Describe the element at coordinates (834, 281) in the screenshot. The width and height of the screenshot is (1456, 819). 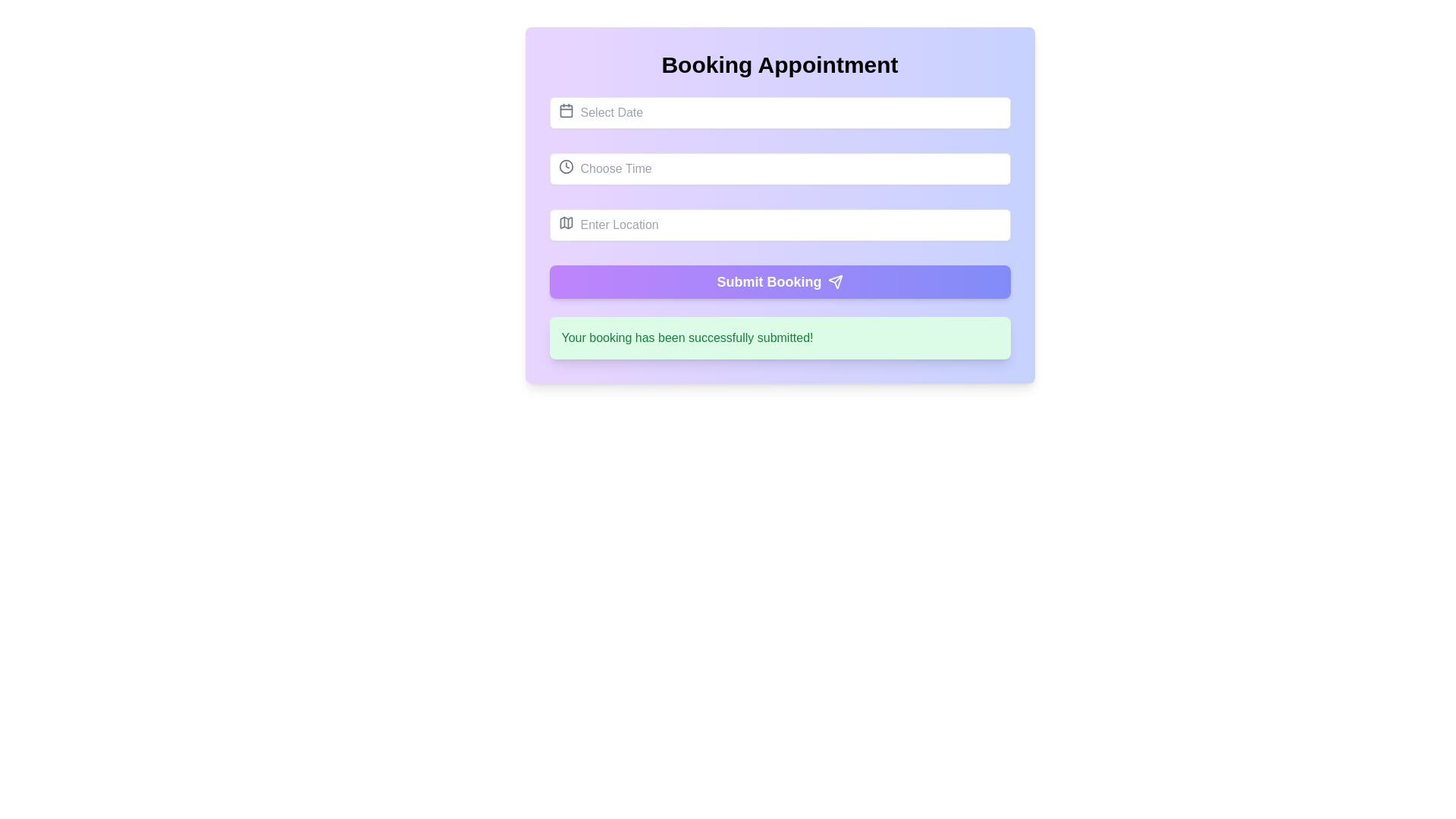
I see `the triangular arrow-like icon embedded within the 'Submit Booking' button, located to the right of the text 'Submit Booking'` at that location.